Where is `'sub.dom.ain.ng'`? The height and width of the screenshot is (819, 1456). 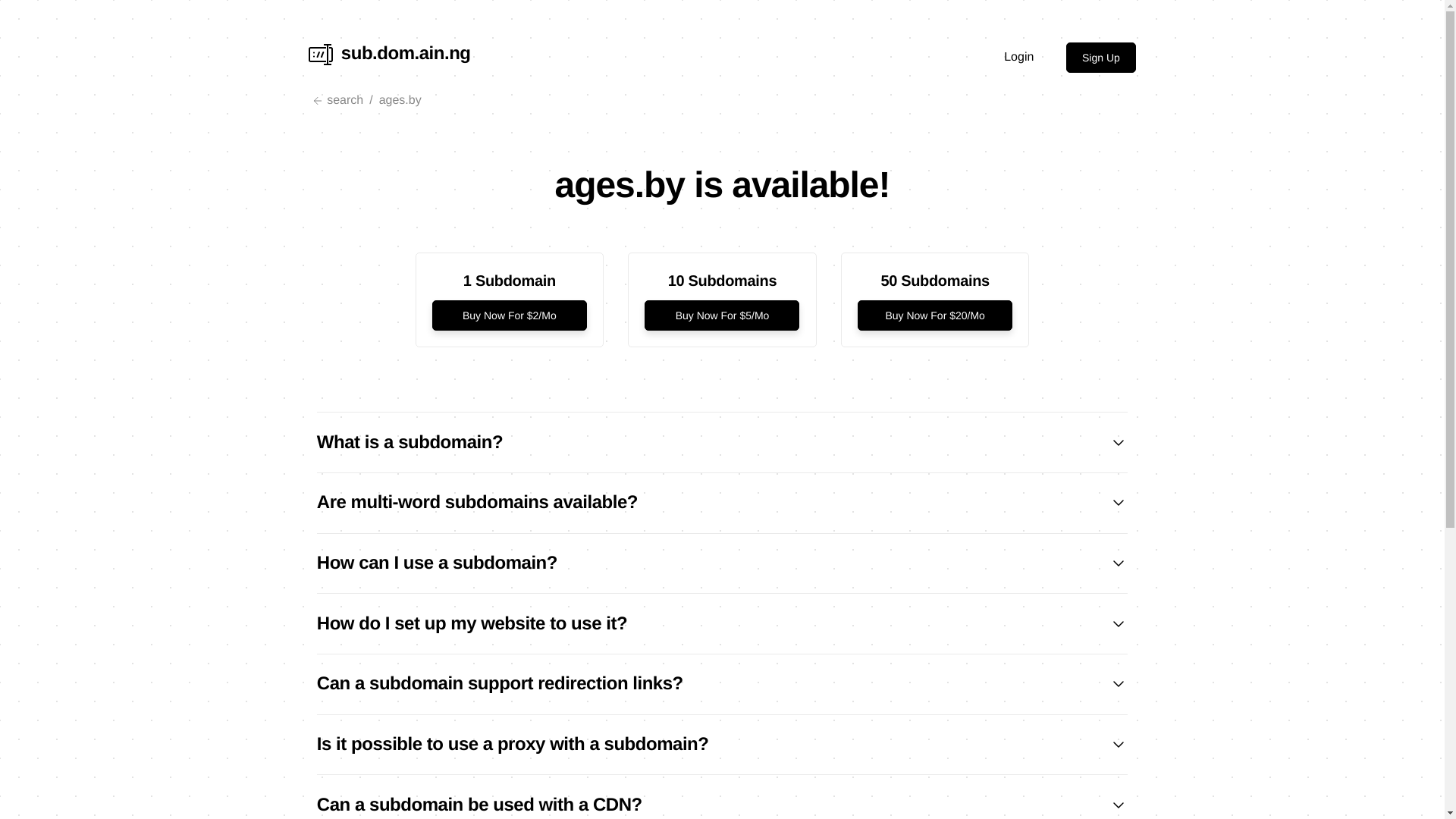 'sub.dom.ain.ng' is located at coordinates (389, 57).